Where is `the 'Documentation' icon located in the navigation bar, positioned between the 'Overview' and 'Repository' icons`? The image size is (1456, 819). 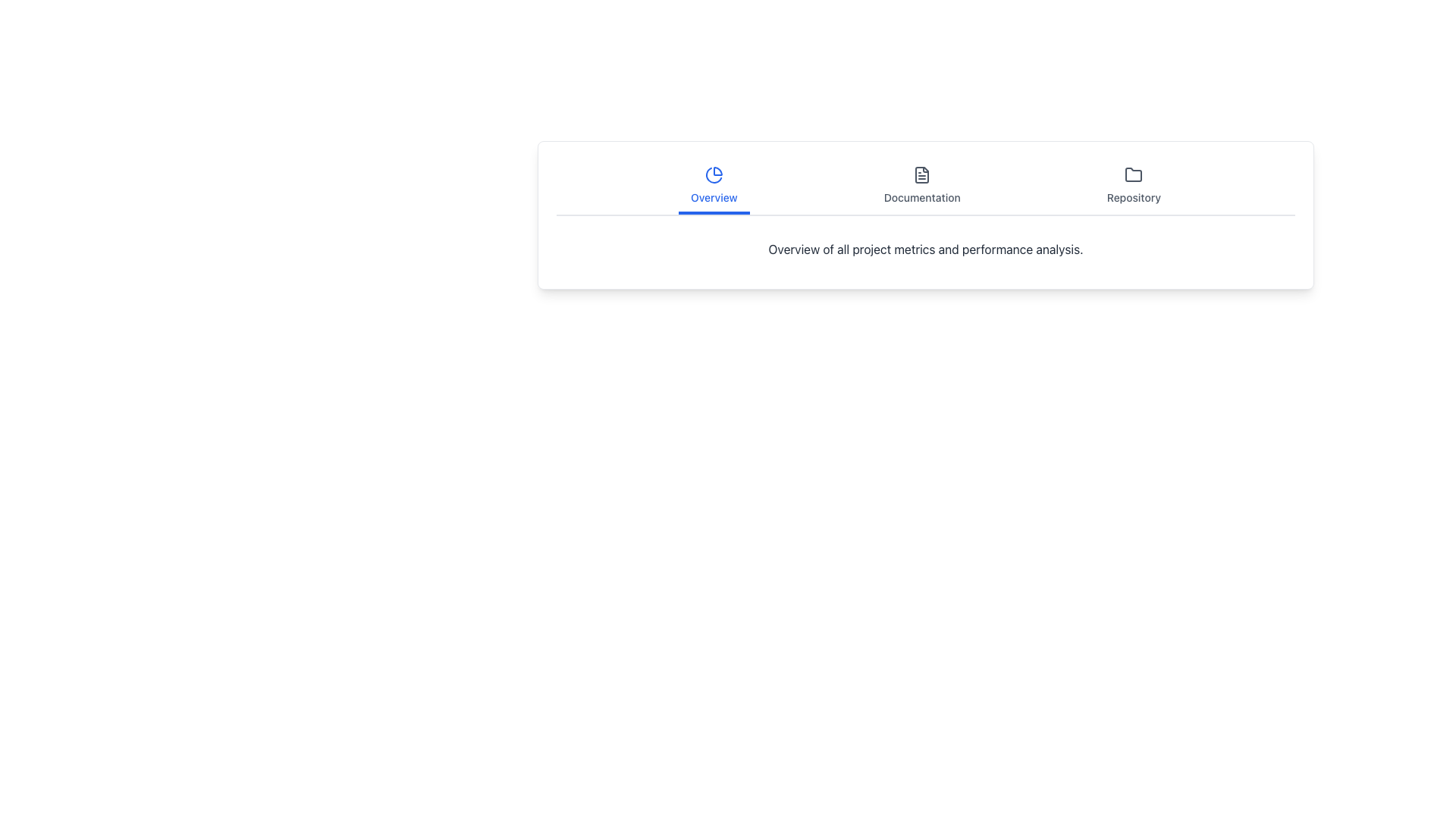
the 'Documentation' icon located in the navigation bar, positioned between the 'Overview' and 'Repository' icons is located at coordinates (921, 174).